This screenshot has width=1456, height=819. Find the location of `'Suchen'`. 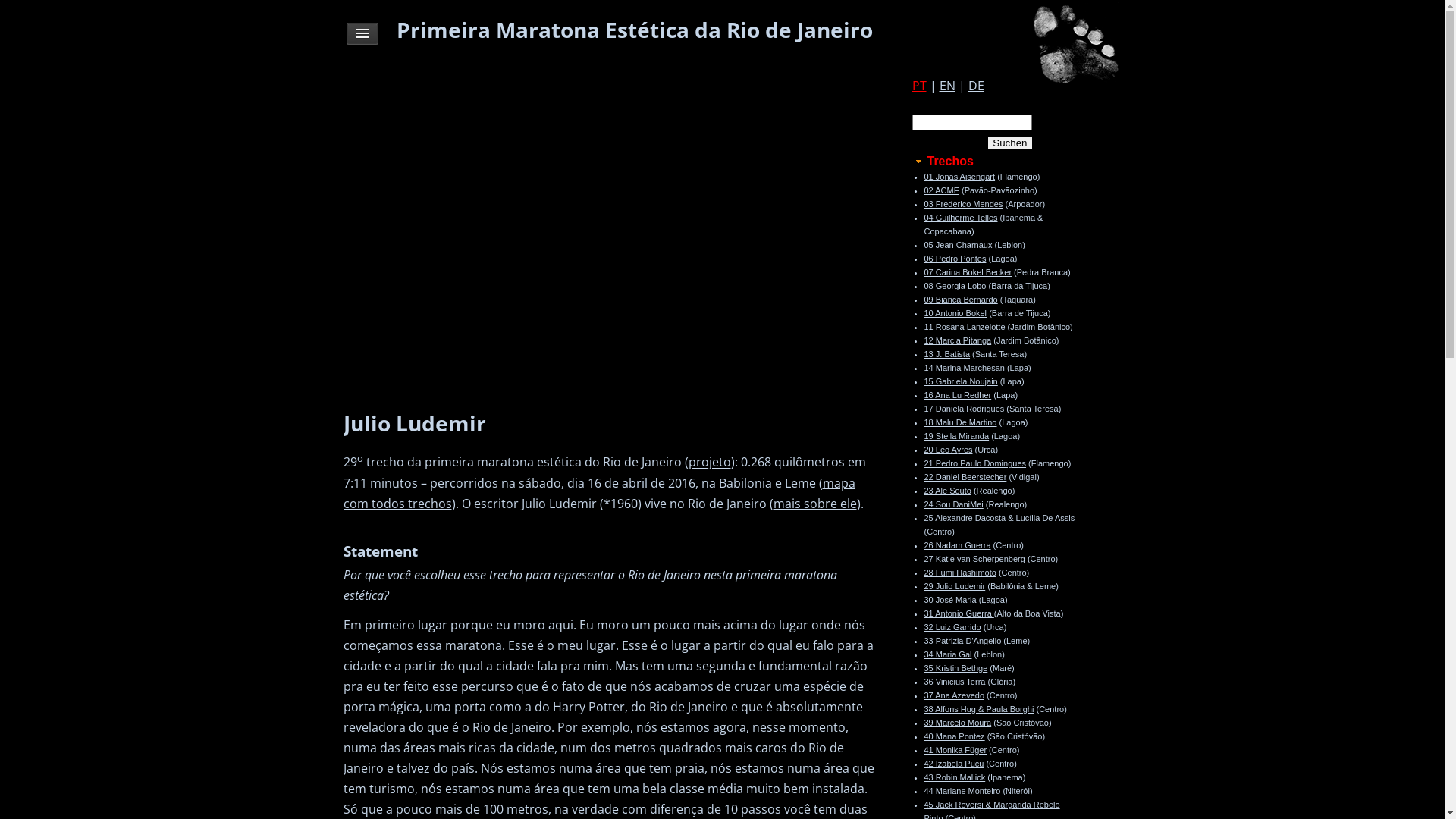

'Suchen' is located at coordinates (1009, 143).